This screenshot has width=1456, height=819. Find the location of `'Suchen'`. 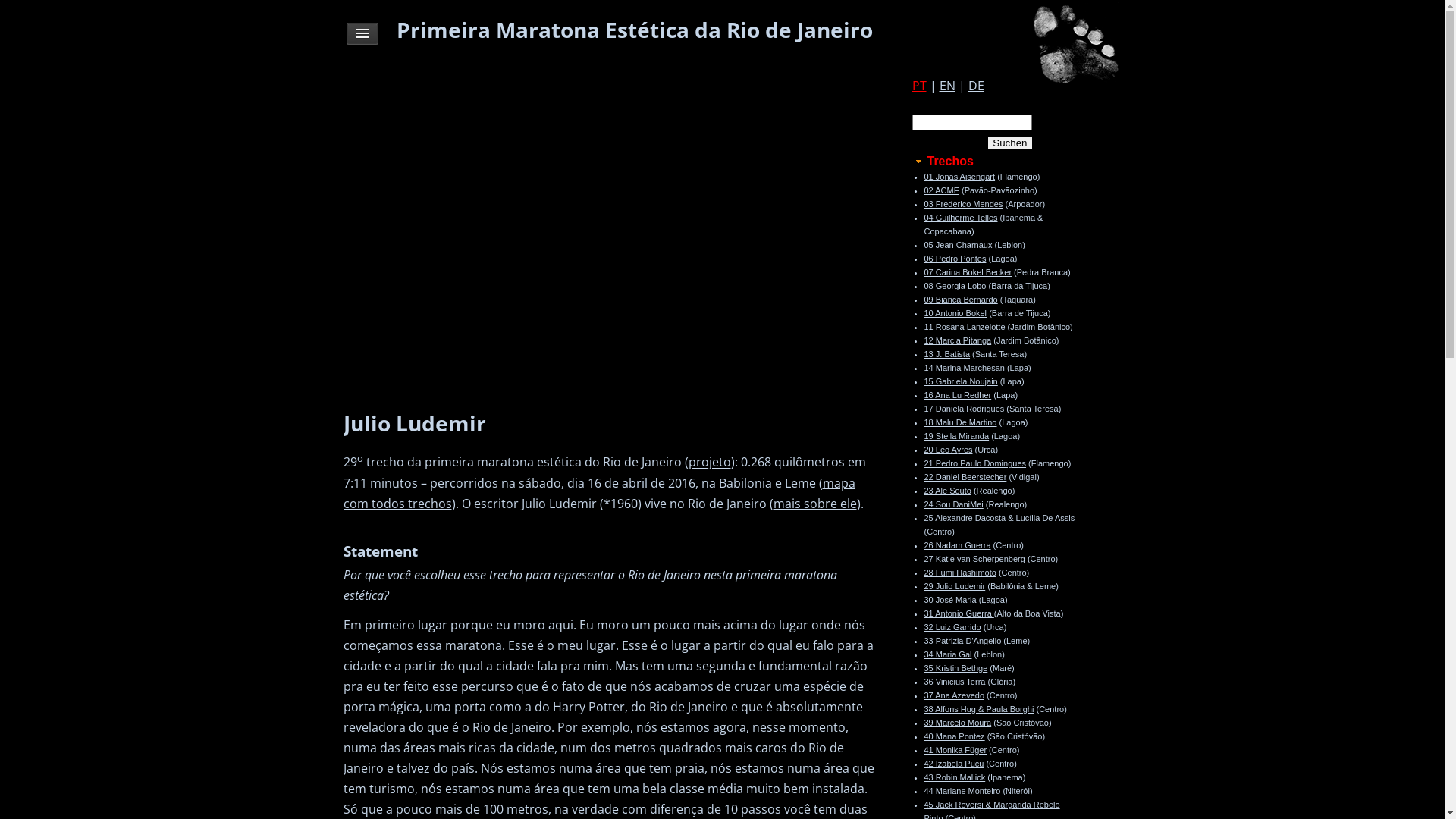

'Suchen' is located at coordinates (1009, 143).